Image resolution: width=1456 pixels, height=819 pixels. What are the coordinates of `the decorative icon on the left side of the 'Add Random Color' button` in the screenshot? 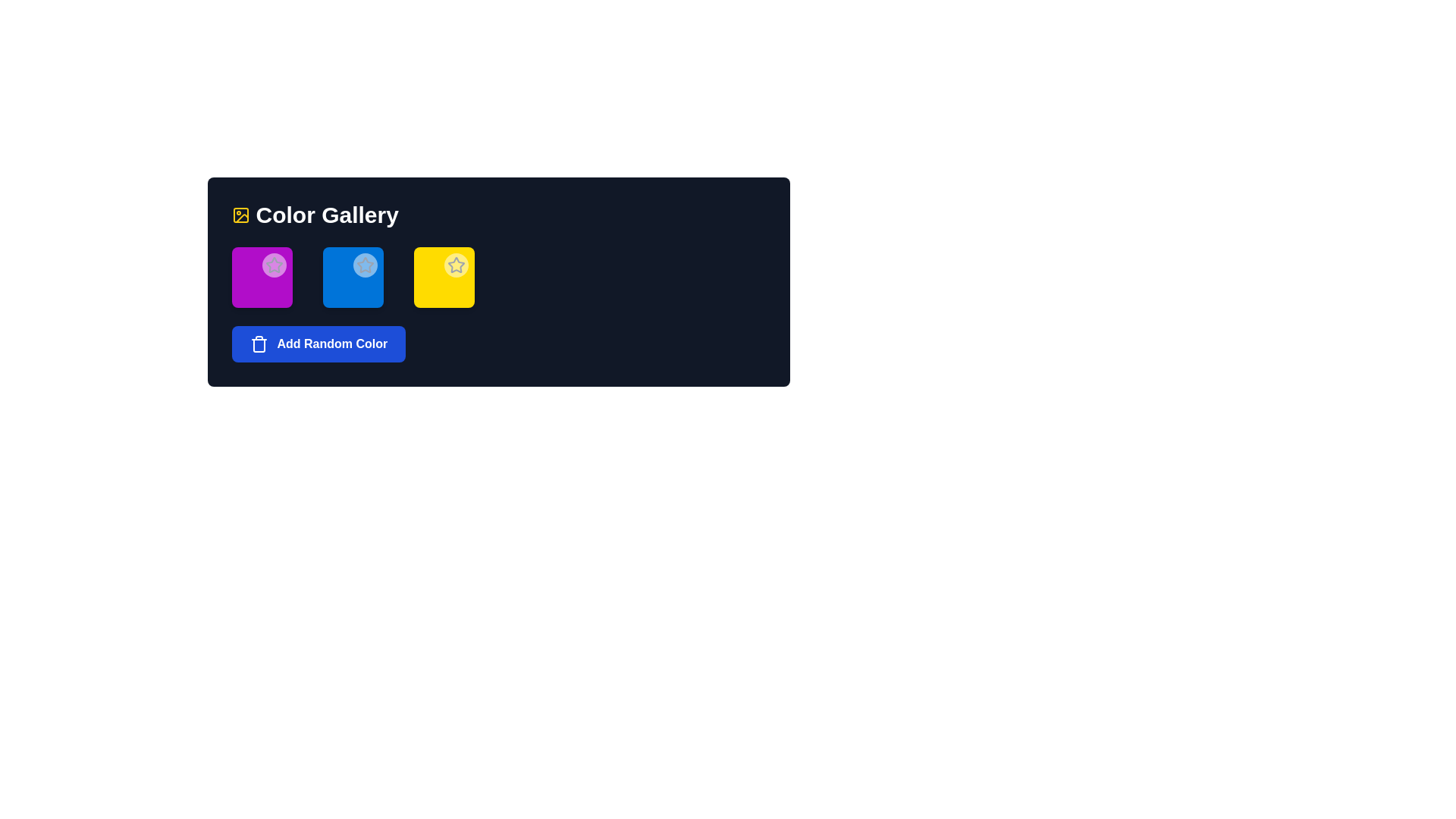 It's located at (259, 344).